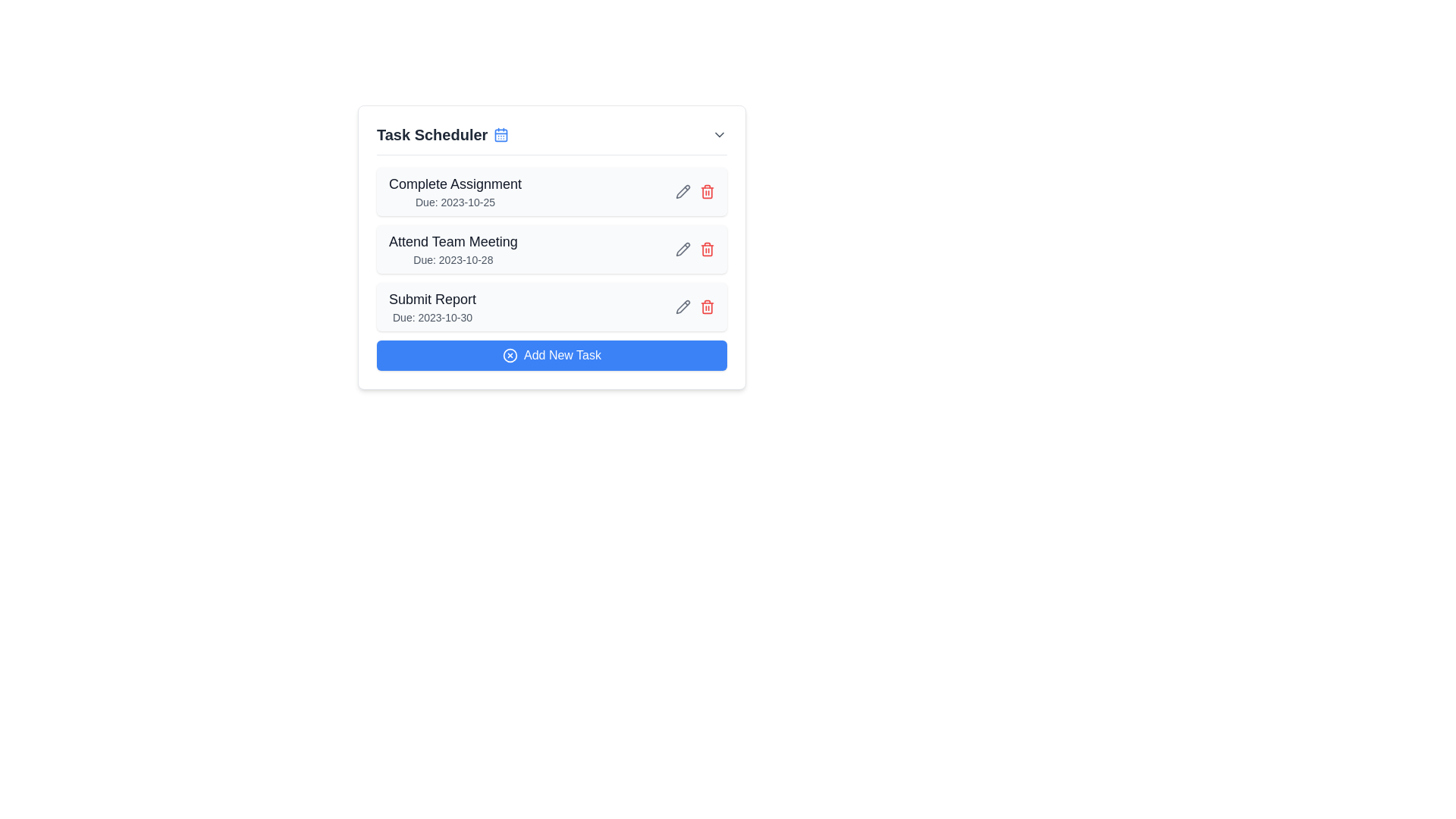  Describe the element at coordinates (454, 191) in the screenshot. I see `the text element titled 'Complete Assignment' with a subtitle 'Due: 2023-10-25' located in the top item of a vertically aligned list of tasks` at that location.